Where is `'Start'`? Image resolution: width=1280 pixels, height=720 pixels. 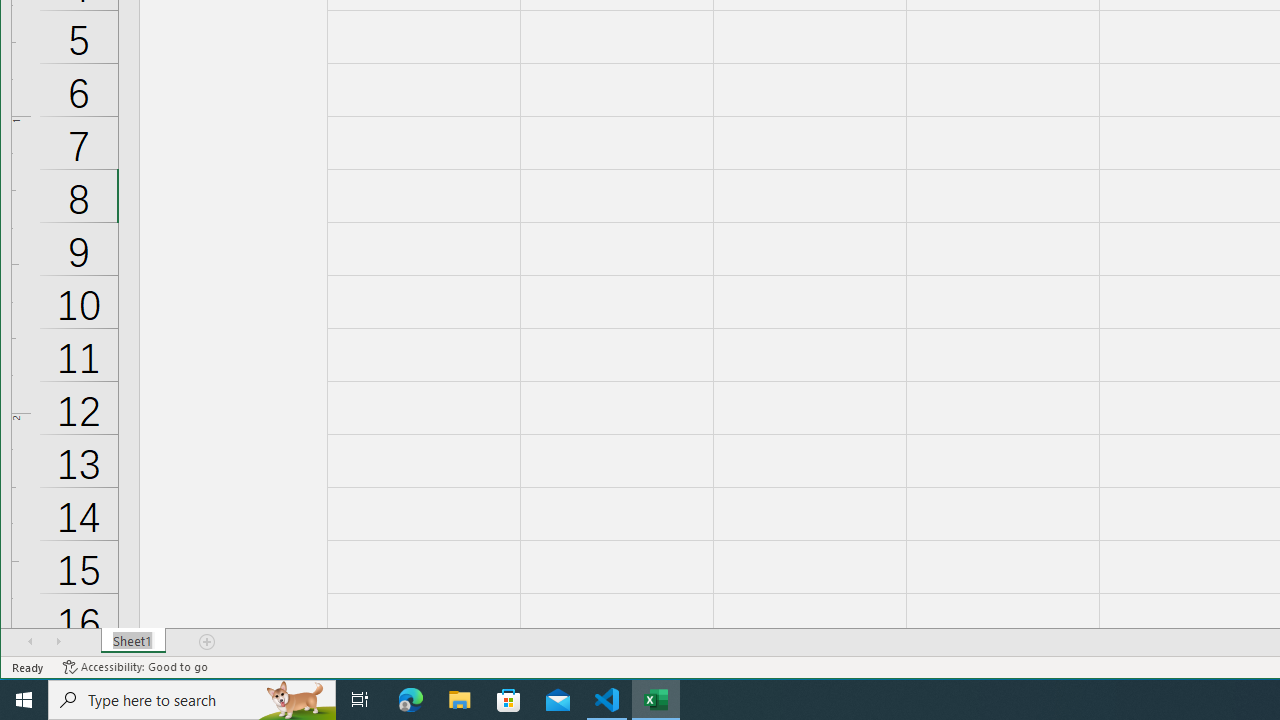 'Start' is located at coordinates (24, 698).